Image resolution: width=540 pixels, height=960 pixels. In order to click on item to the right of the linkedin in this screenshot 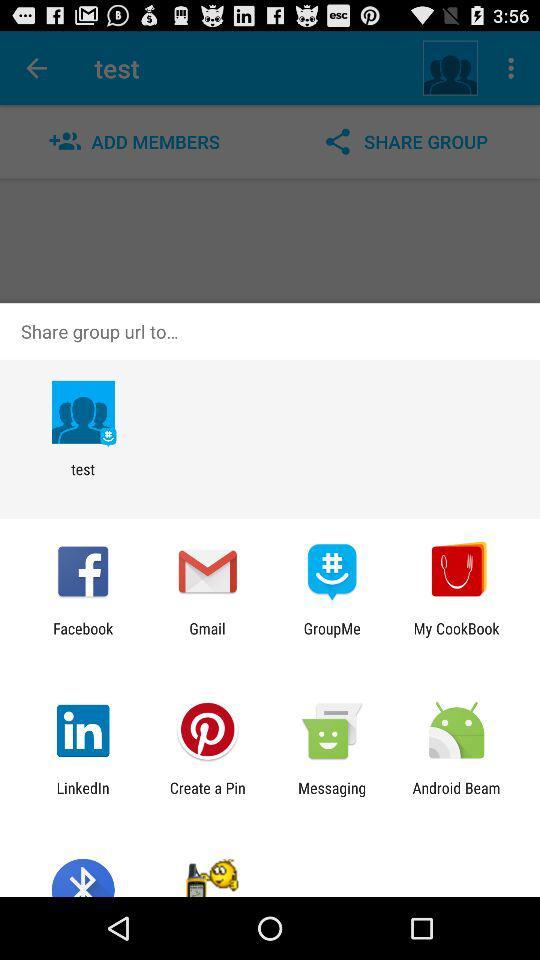, I will do `click(206, 796)`.